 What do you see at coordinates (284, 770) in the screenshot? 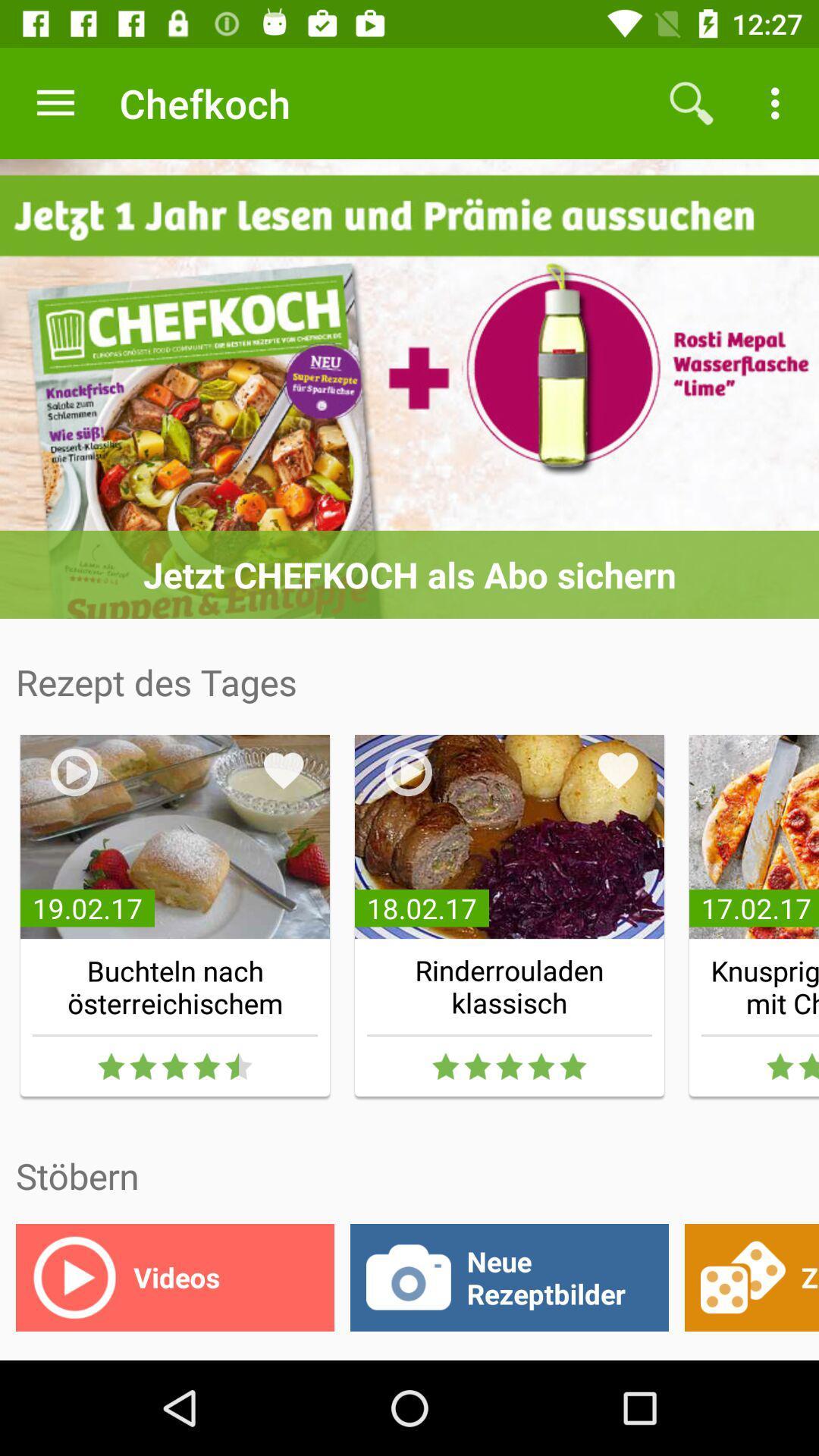
I see `icon below the rezept des tages item` at bounding box center [284, 770].